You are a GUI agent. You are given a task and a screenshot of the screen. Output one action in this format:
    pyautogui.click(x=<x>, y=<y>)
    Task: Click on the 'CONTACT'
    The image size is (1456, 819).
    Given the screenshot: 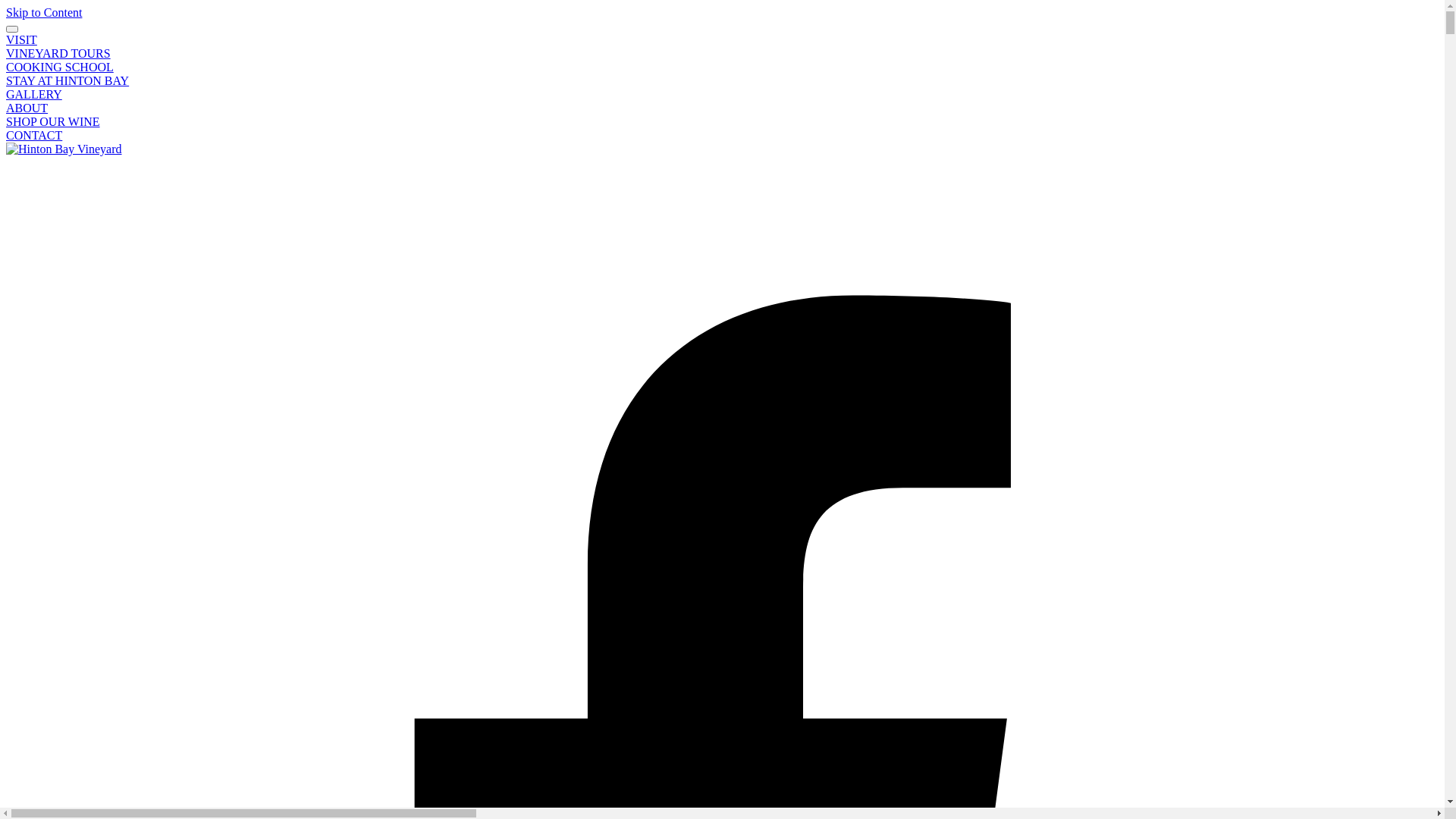 What is the action you would take?
    pyautogui.click(x=33, y=134)
    